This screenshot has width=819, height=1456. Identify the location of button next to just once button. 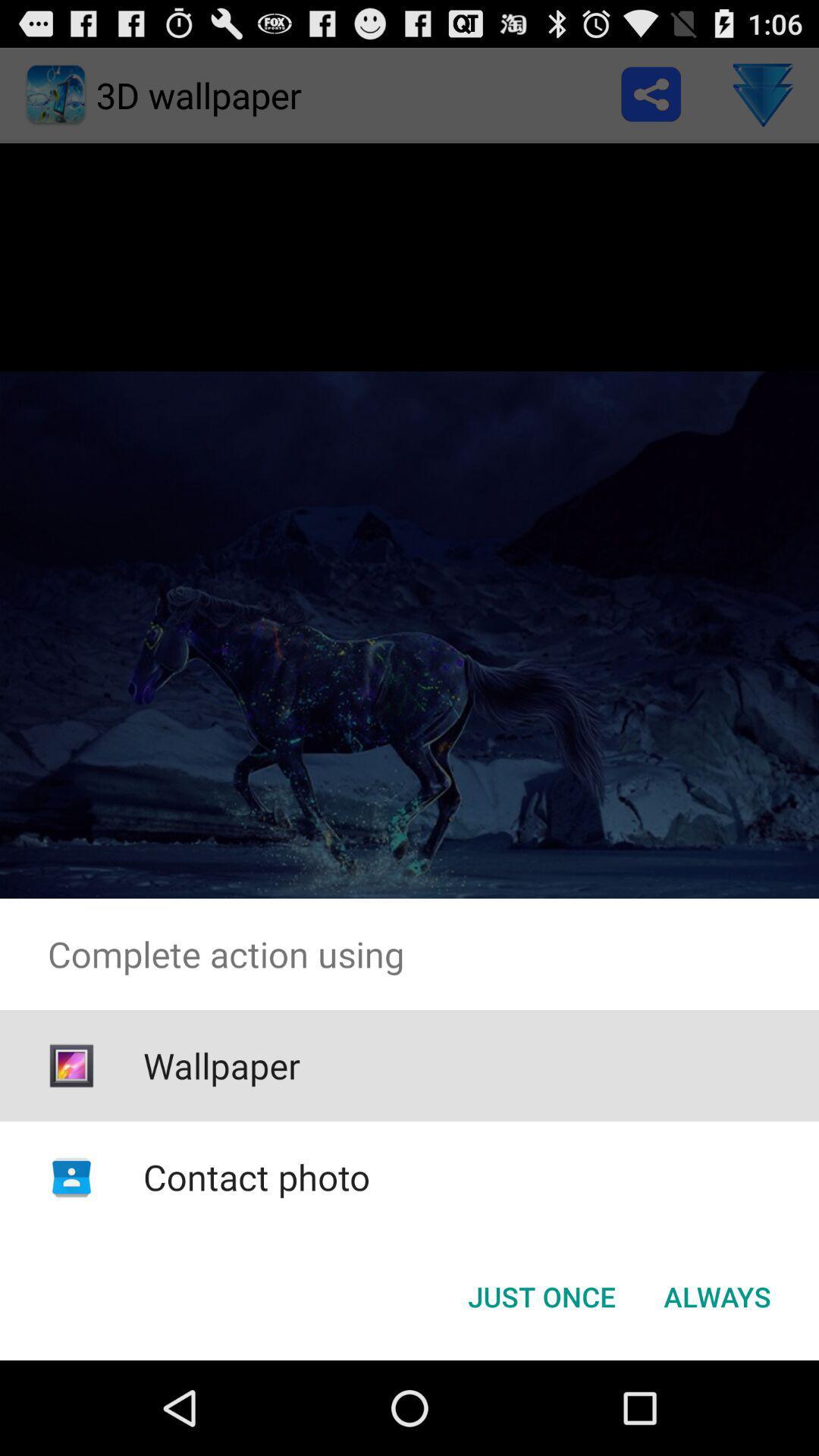
(717, 1295).